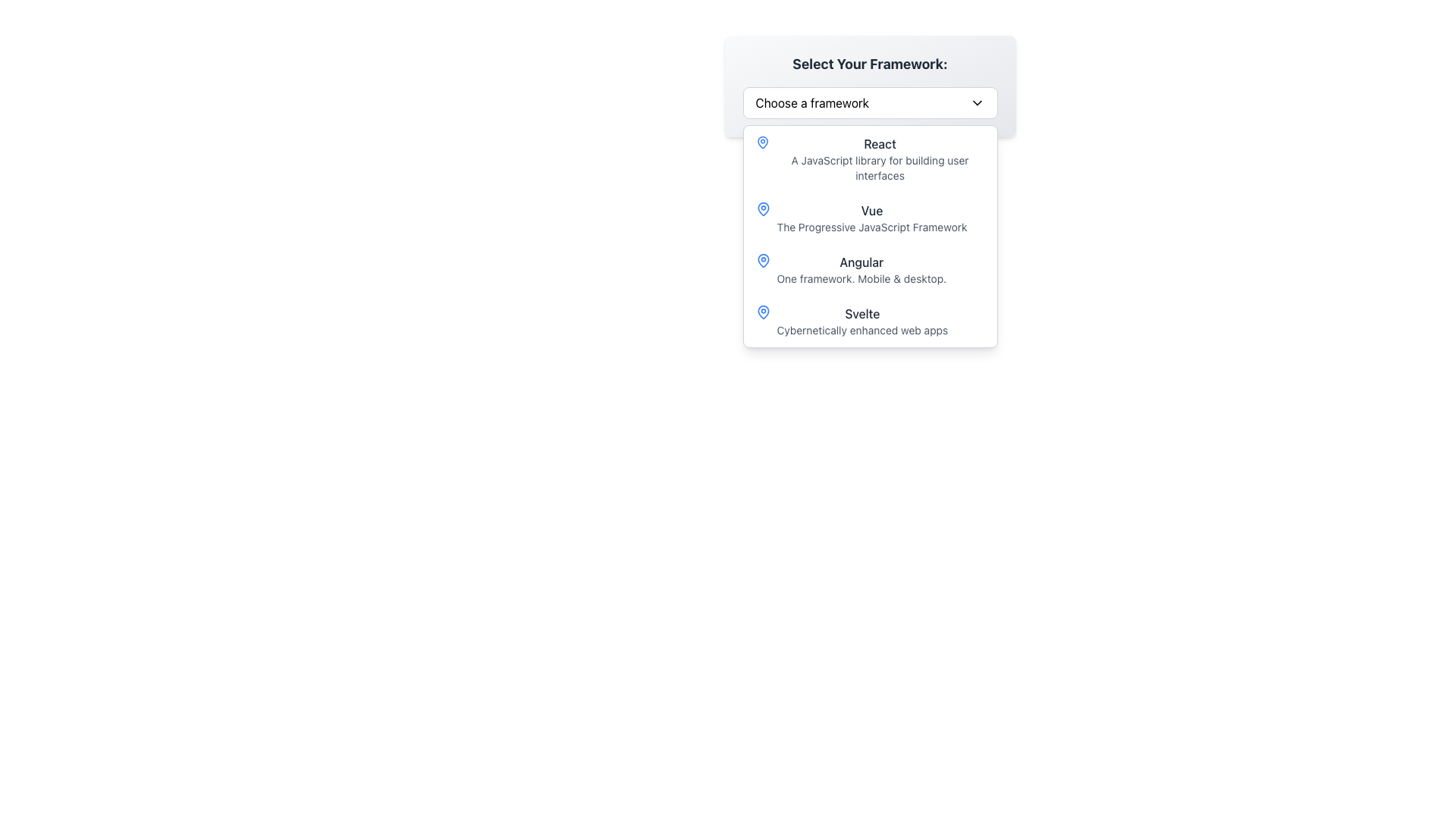  I want to click on the arrow of the Dropdown menu that allows the user, so click(870, 102).